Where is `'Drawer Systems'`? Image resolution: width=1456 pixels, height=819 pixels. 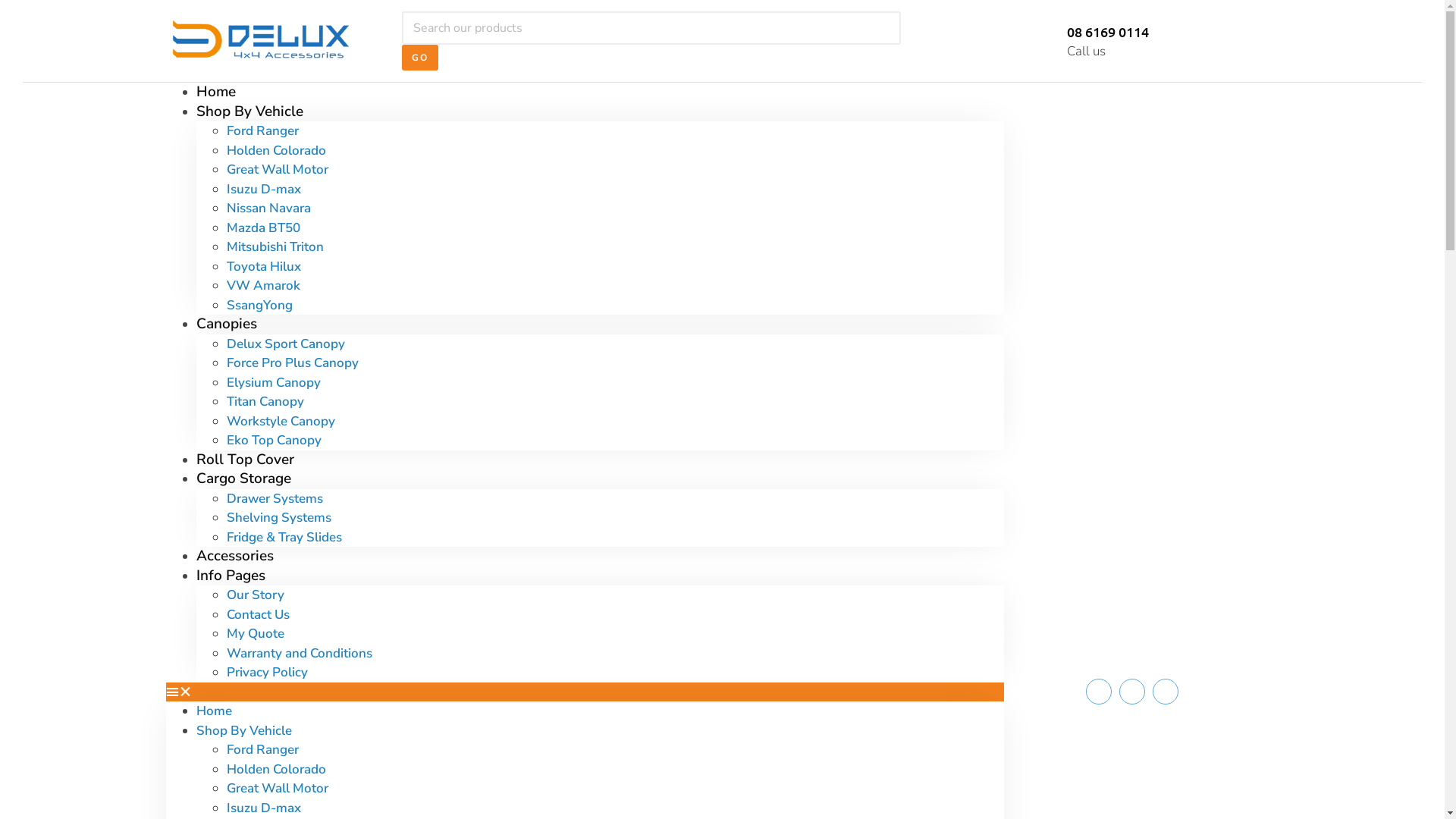
'Drawer Systems' is located at coordinates (274, 498).